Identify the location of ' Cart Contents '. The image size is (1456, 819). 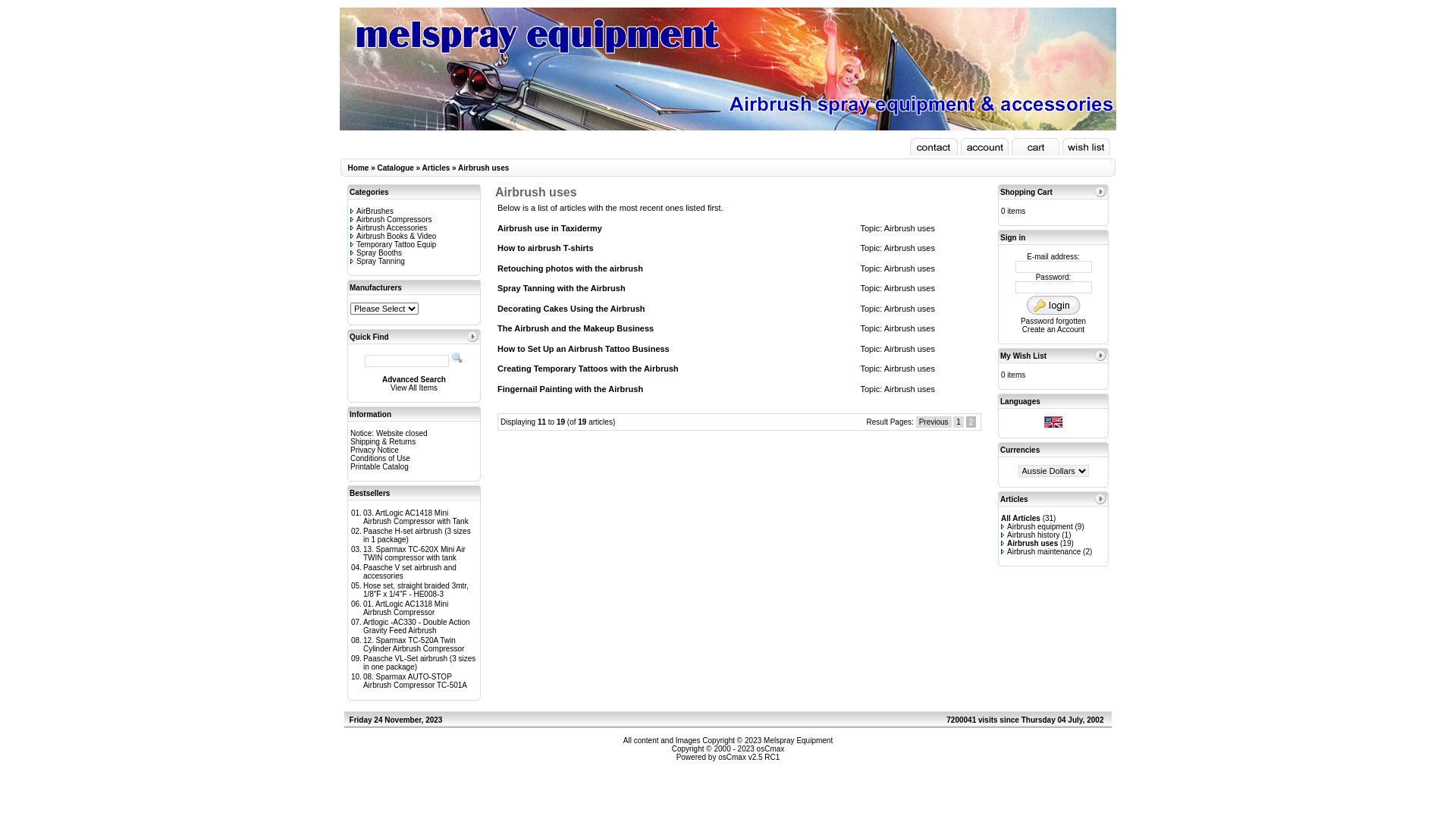
(1034, 146).